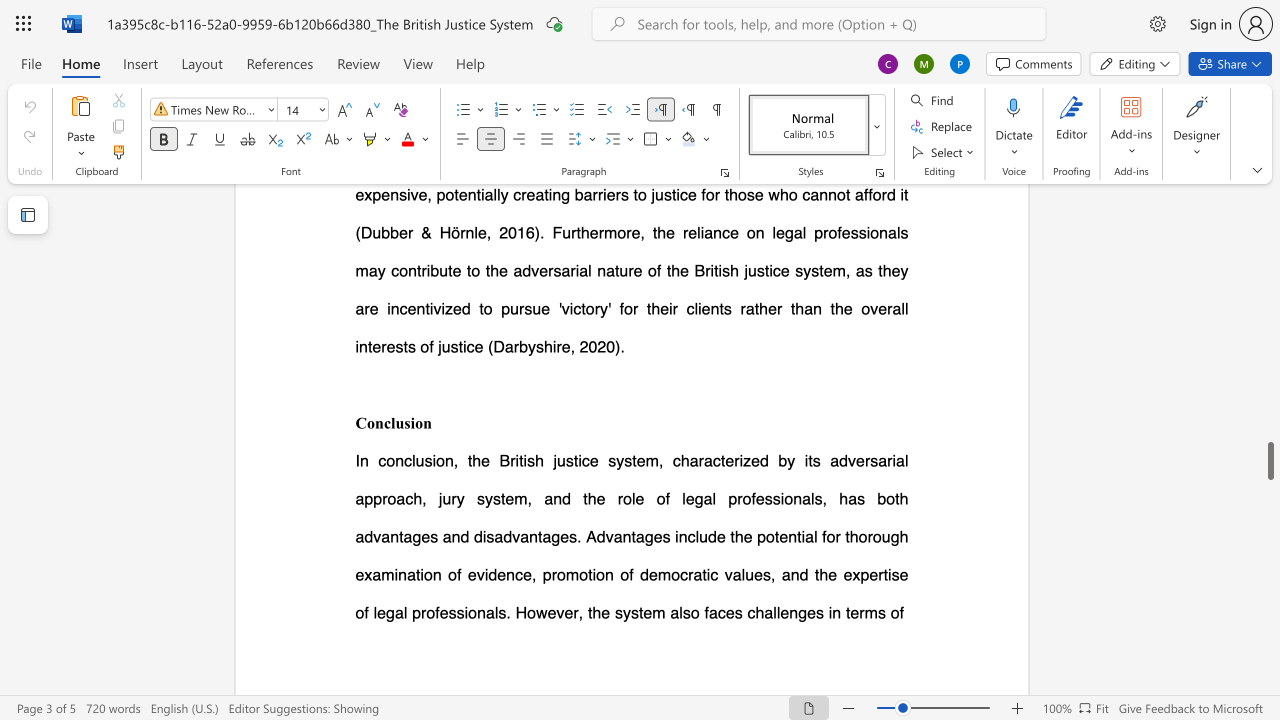 The height and width of the screenshot is (720, 1280). I want to click on the vertical scrollbar to raise the page content, so click(1269, 238).